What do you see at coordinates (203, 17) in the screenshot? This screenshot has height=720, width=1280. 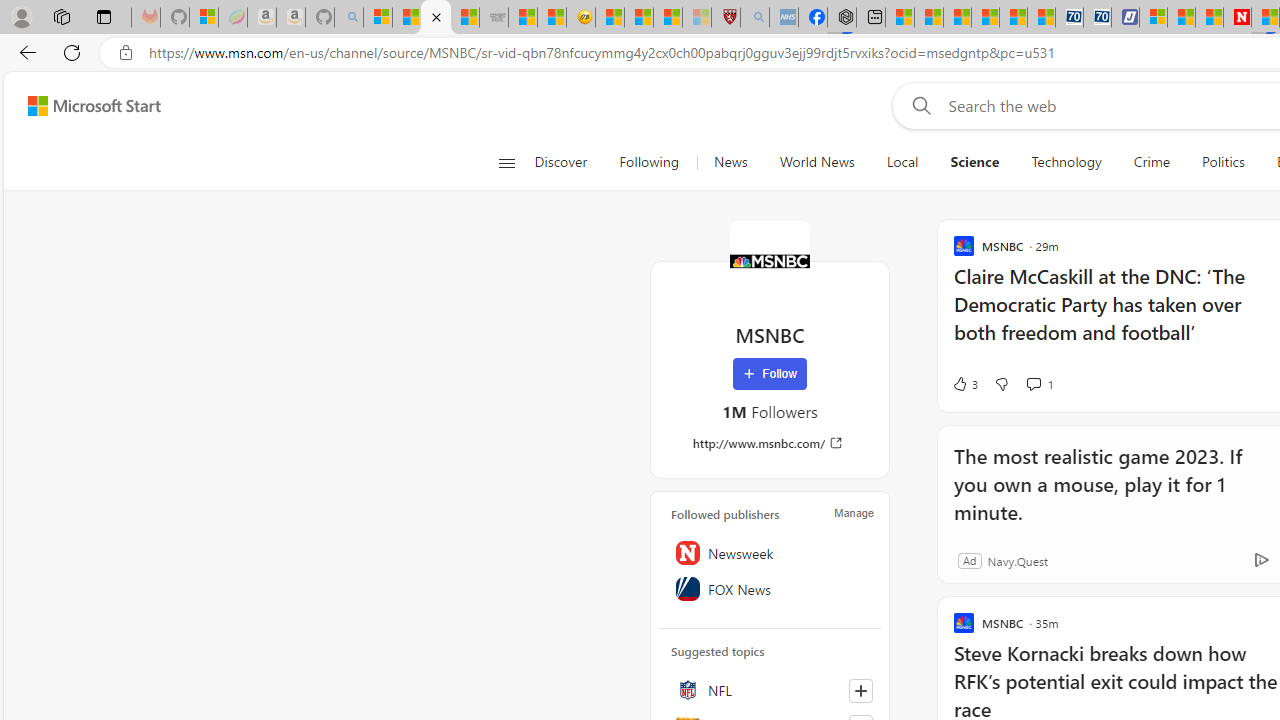 I see `'Microsoft-Report a Concern to Bing'` at bounding box center [203, 17].